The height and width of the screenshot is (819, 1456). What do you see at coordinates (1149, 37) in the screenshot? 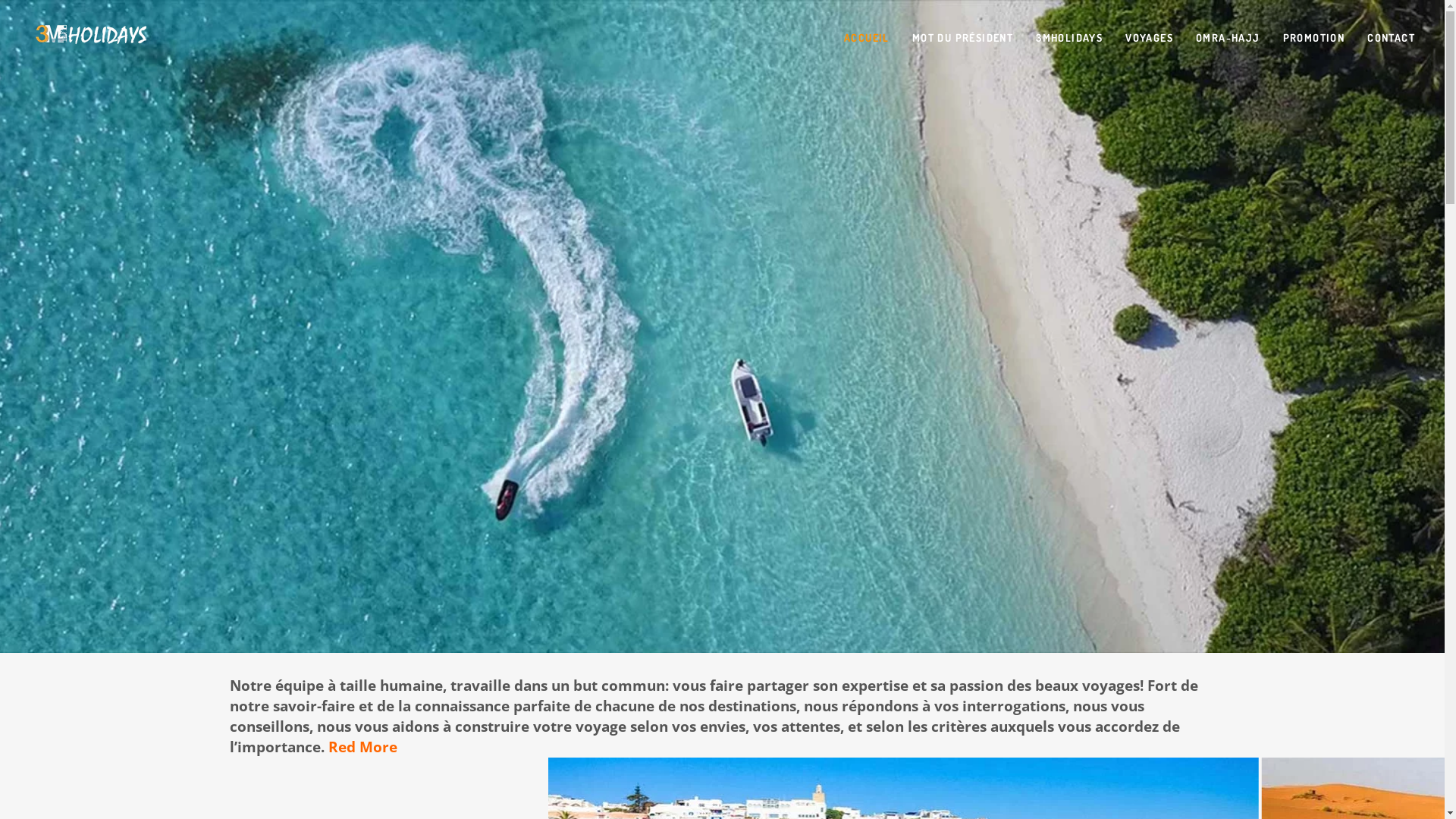
I see `'VOYAGES'` at bounding box center [1149, 37].